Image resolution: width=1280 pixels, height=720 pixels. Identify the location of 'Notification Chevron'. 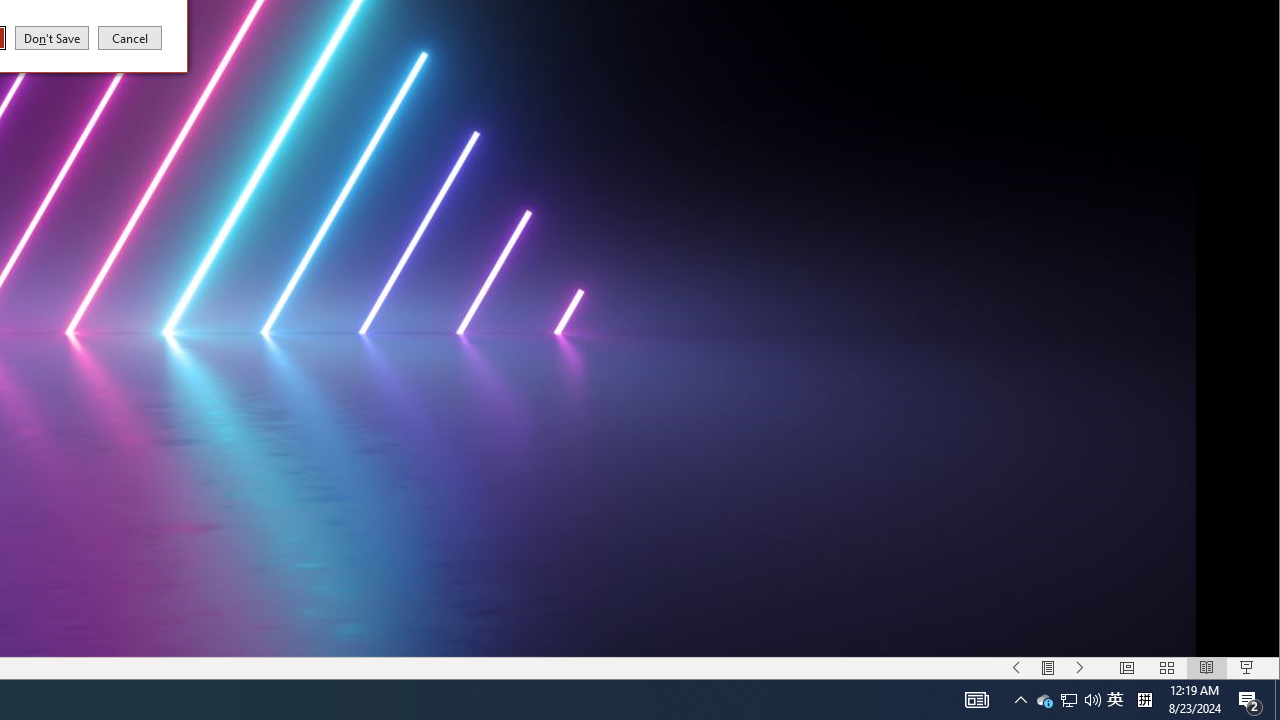
(1020, 698).